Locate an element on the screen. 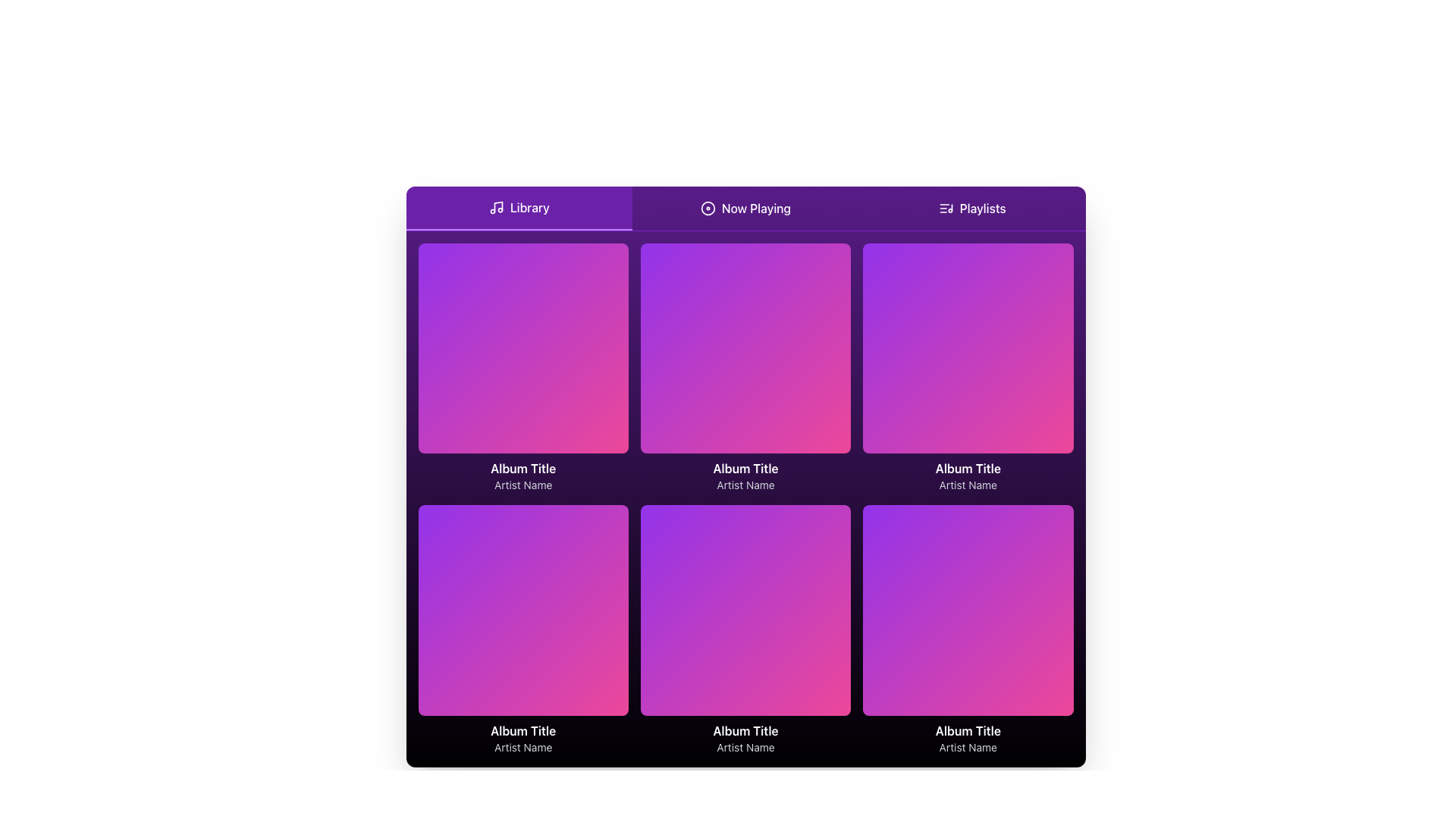 The height and width of the screenshot is (819, 1456). the media card for the album located in the top-left position of the grid layout is located at coordinates (523, 368).